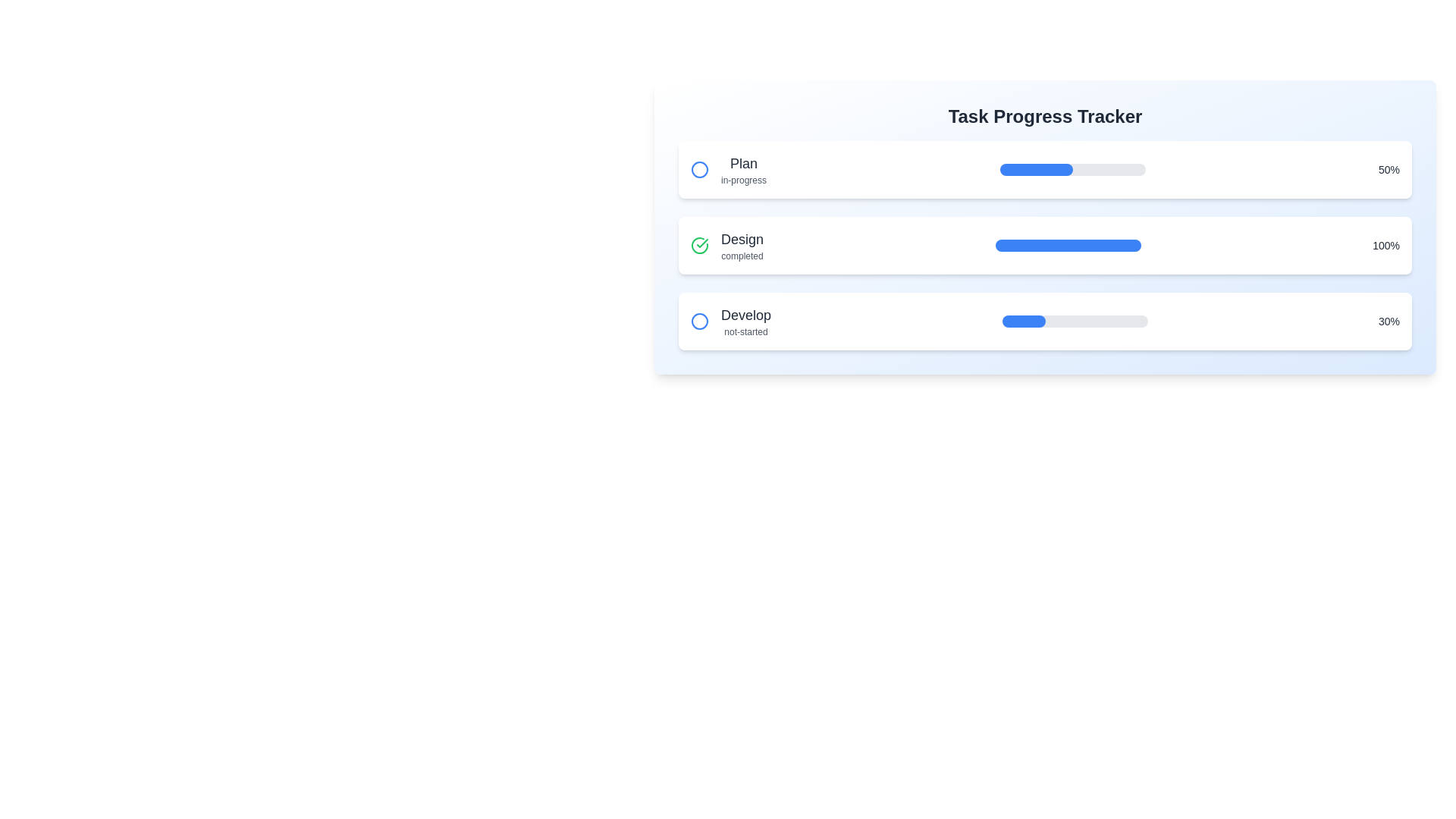 The width and height of the screenshot is (1456, 819). Describe the element at coordinates (745, 315) in the screenshot. I see `the text label displaying 'Develop' in bold, dark gray font located in the third row of the task progress tracker interface, positioned to the left of a circular icon` at that location.